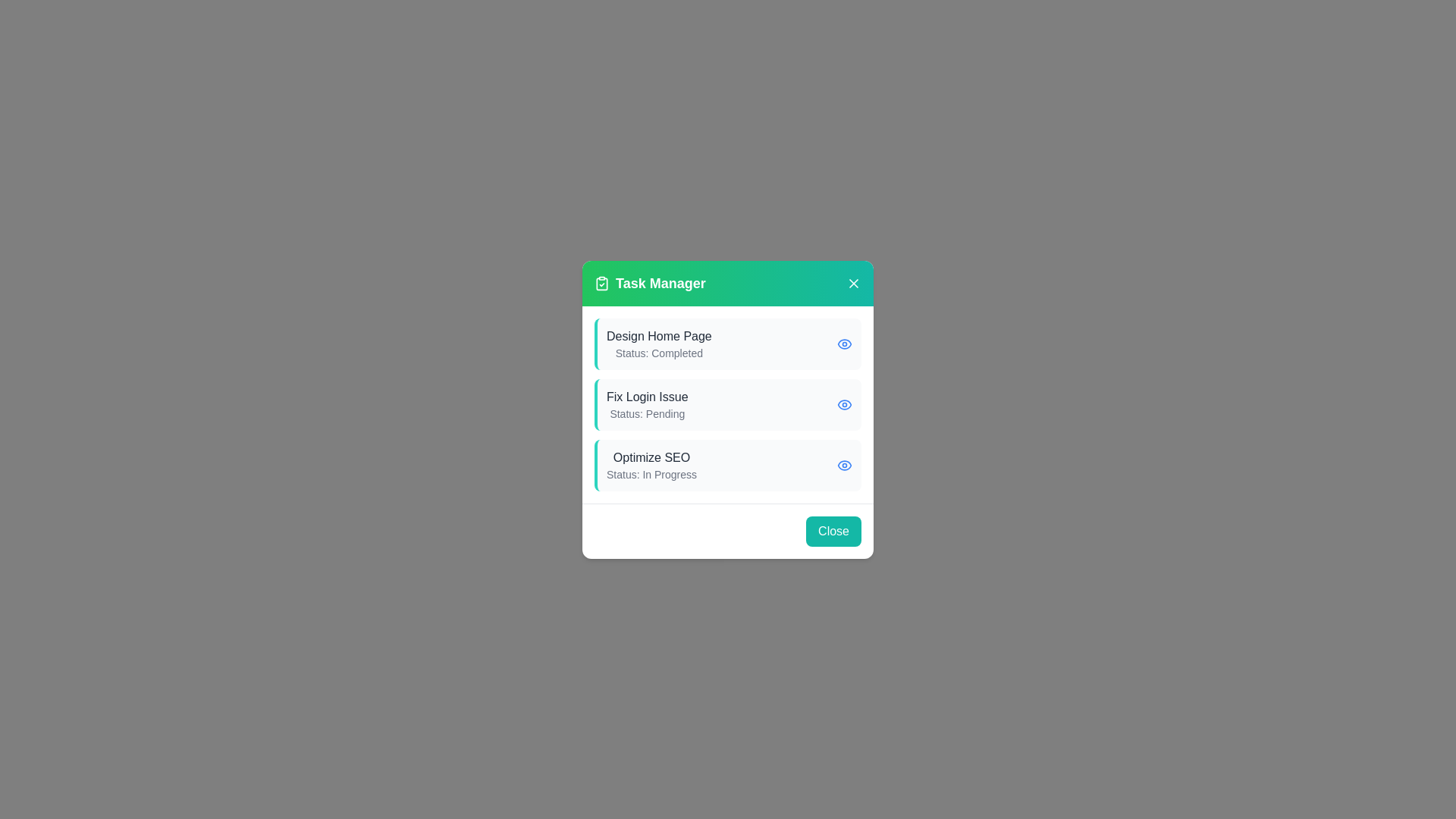  What do you see at coordinates (728, 464) in the screenshot?
I see `the 'Optimize SEO' card with a teal left border that contains the title 'Optimize SEO' and the subtitle 'Status: In Progress' to interact with it` at bounding box center [728, 464].